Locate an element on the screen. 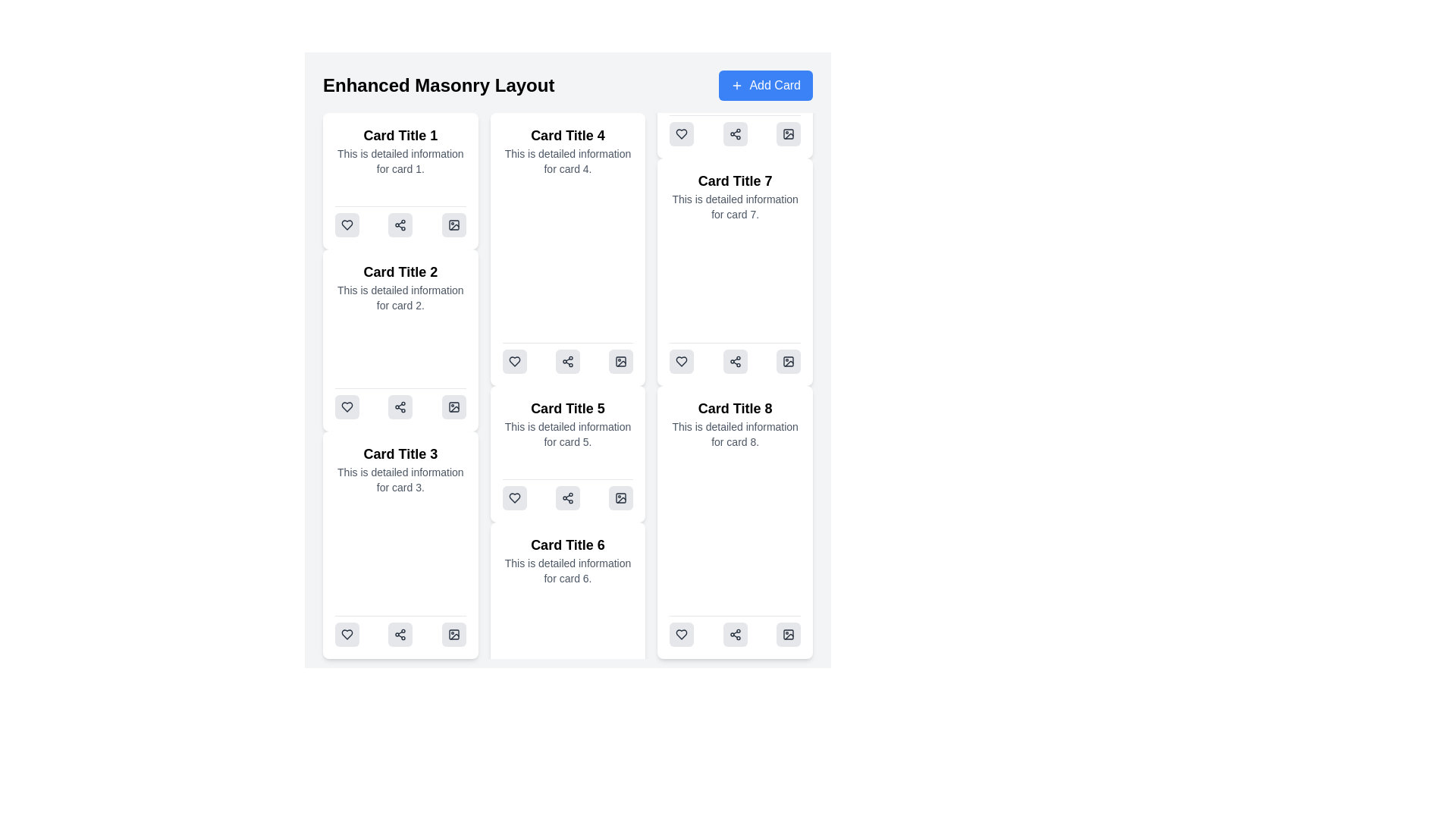 This screenshot has height=819, width=1456. the heart-shaped SVG graphic icon representing favorites or likes, located at the bottom of 'Card Title 2' in the first column of the card layout is located at coordinates (346, 406).